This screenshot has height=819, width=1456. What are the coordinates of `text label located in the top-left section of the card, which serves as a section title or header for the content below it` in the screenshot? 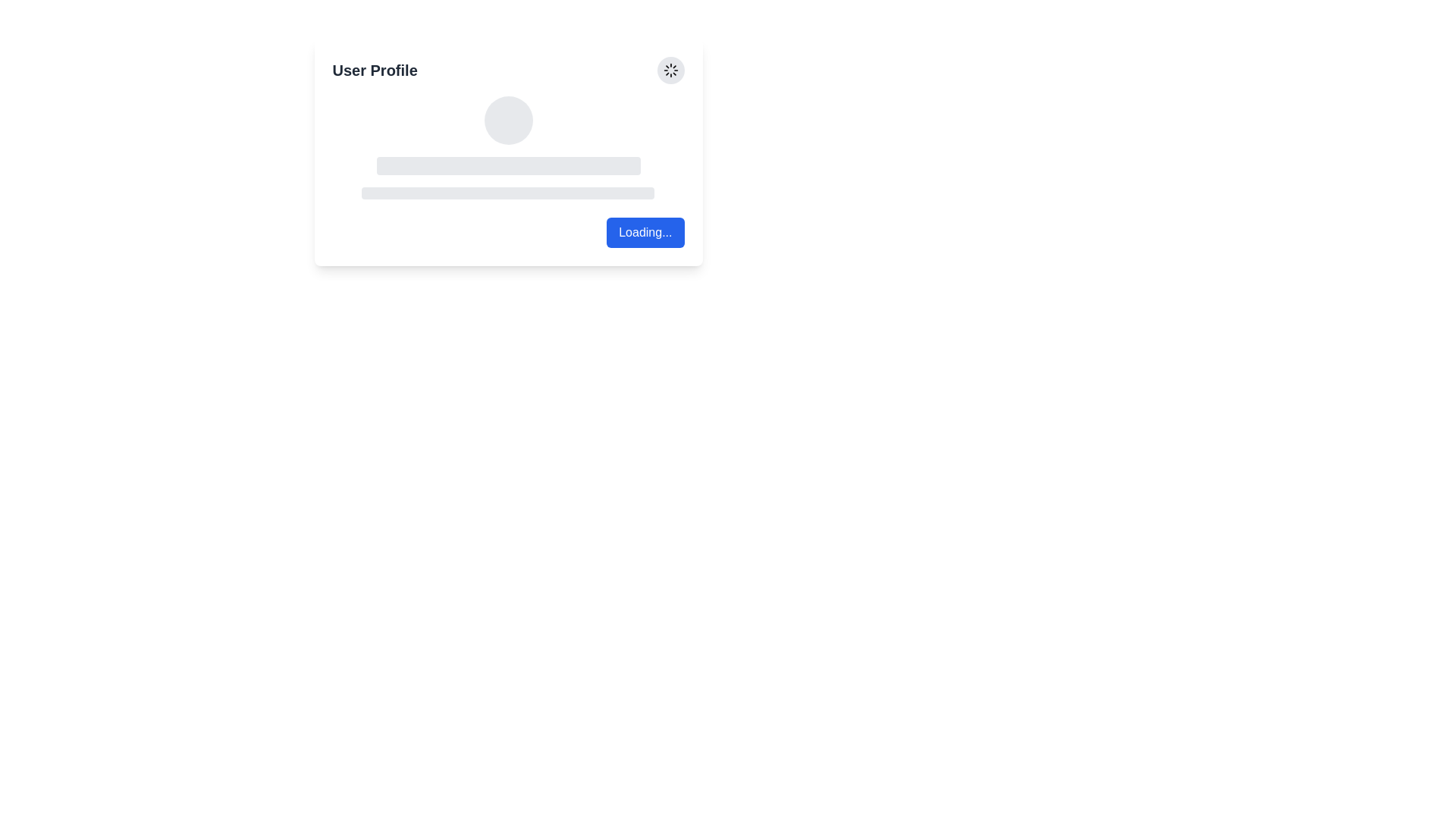 It's located at (375, 70).